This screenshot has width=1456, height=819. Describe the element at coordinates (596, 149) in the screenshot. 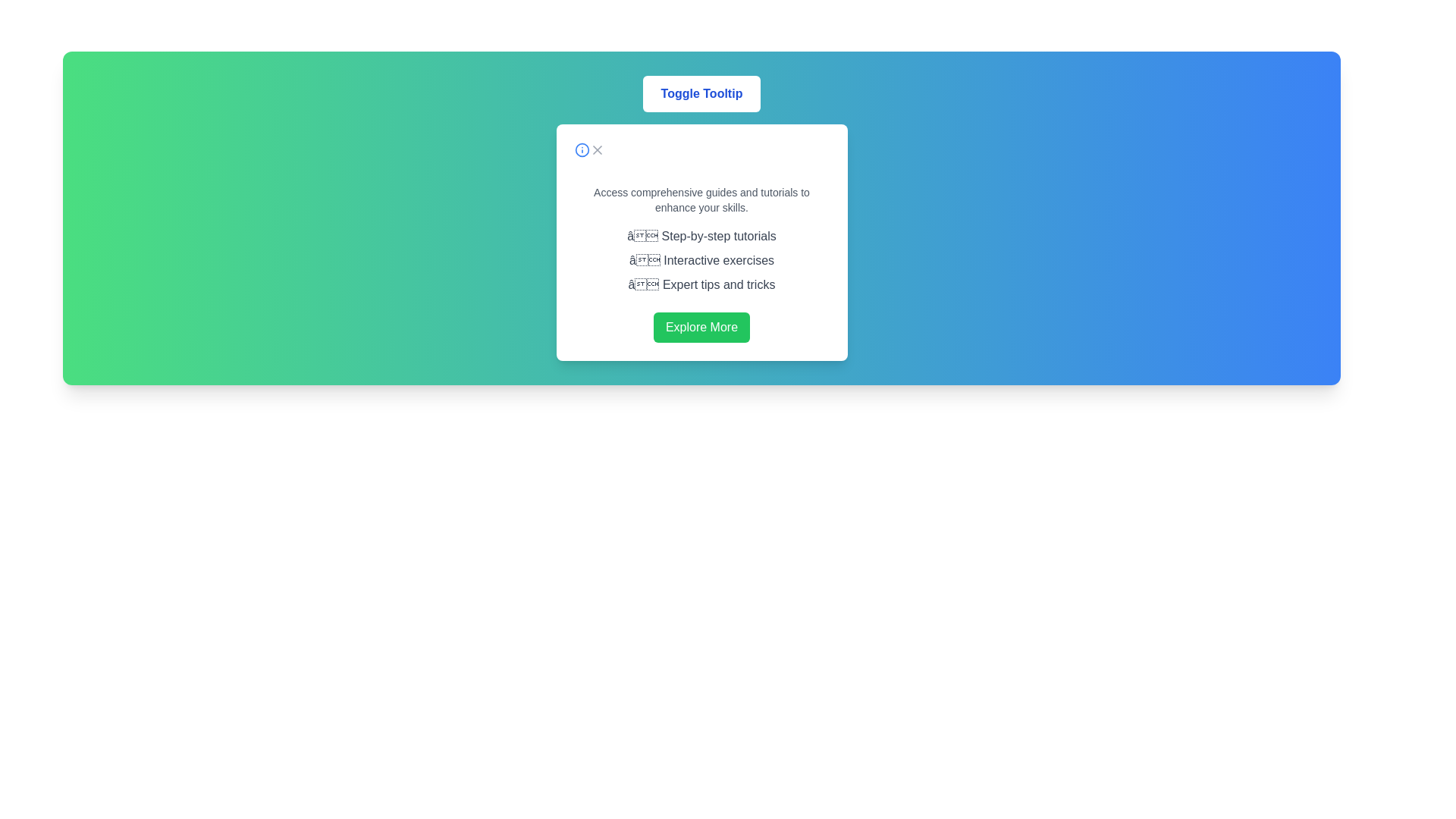

I see `the cross icon in the upper left corner of the modal` at that location.